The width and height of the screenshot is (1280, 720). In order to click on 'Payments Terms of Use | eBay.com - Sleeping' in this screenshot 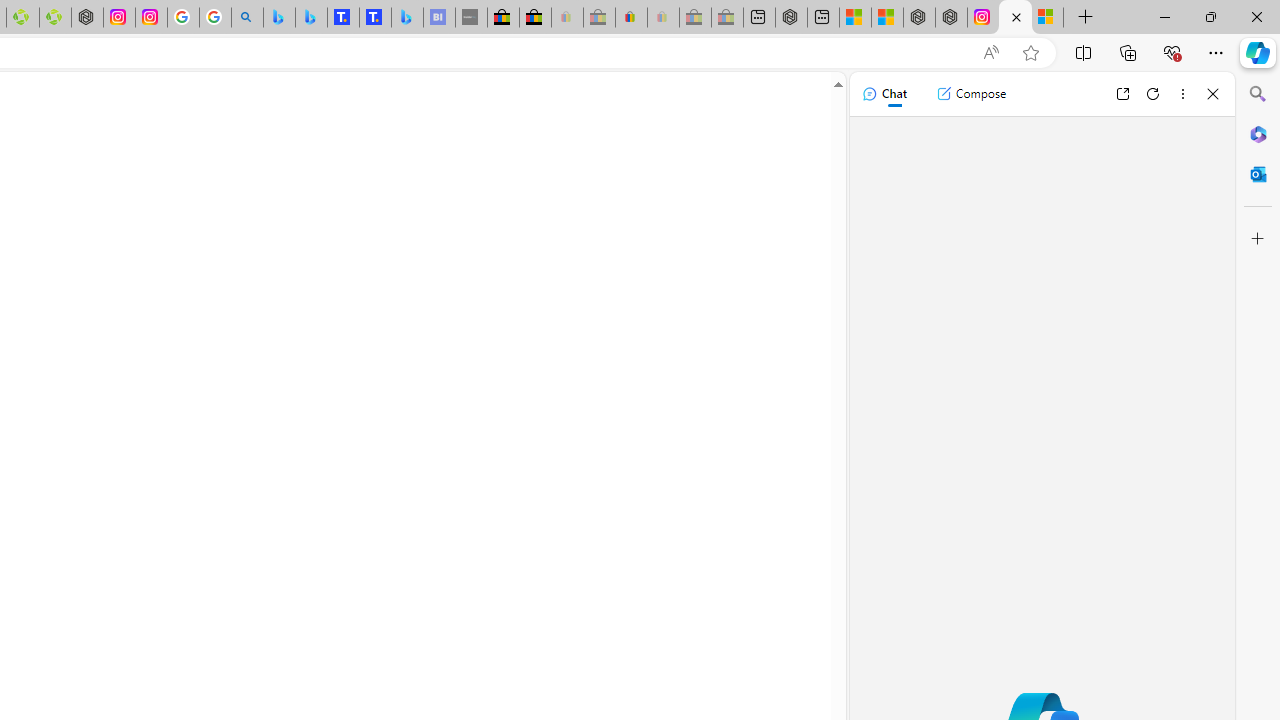, I will do `click(663, 17)`.